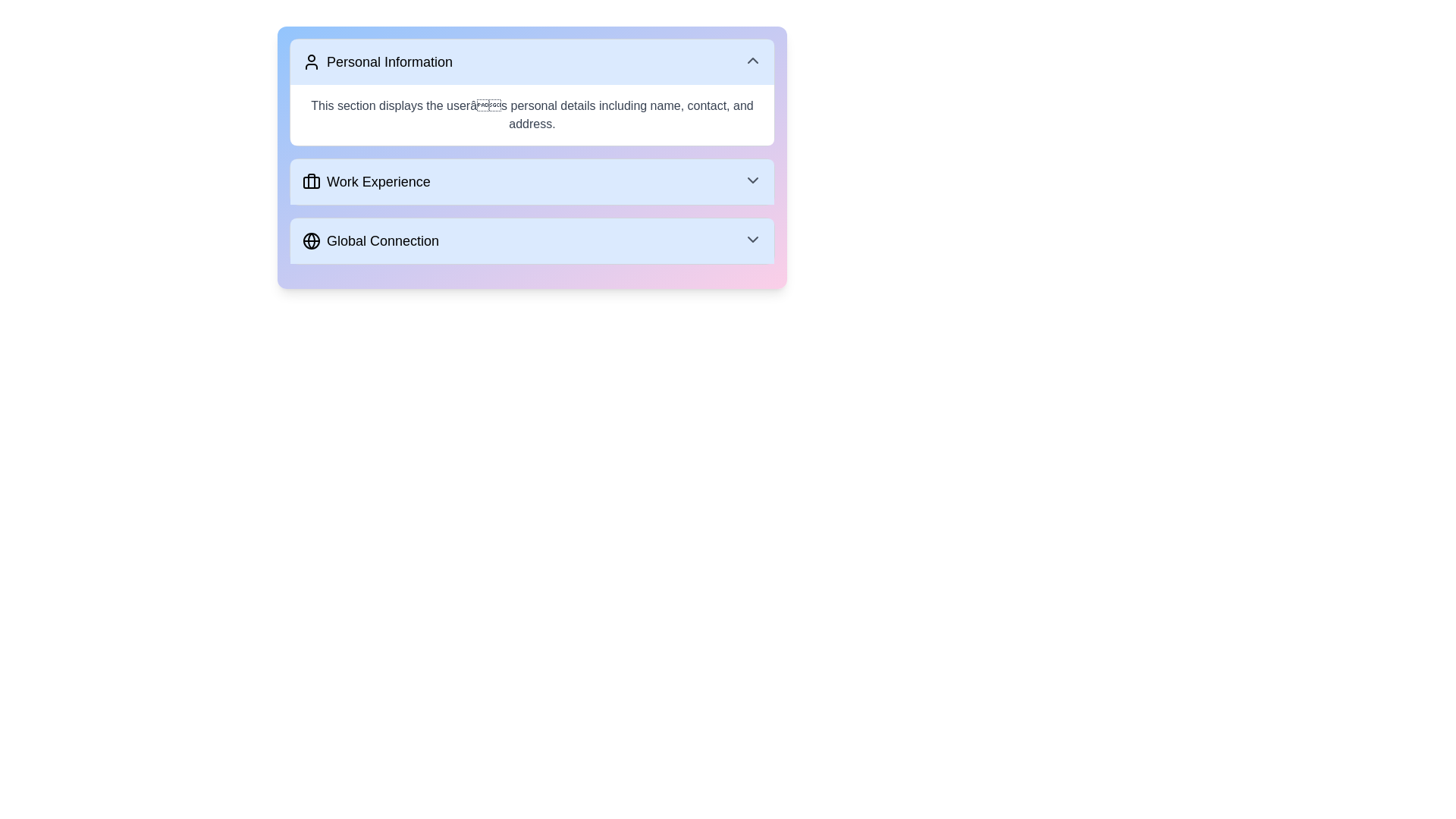 The width and height of the screenshot is (1456, 819). Describe the element at coordinates (366, 180) in the screenshot. I see `the header label for the work experience section, located to the left of the briefcase icon in the collapsible component under 'Personal Information'` at that location.